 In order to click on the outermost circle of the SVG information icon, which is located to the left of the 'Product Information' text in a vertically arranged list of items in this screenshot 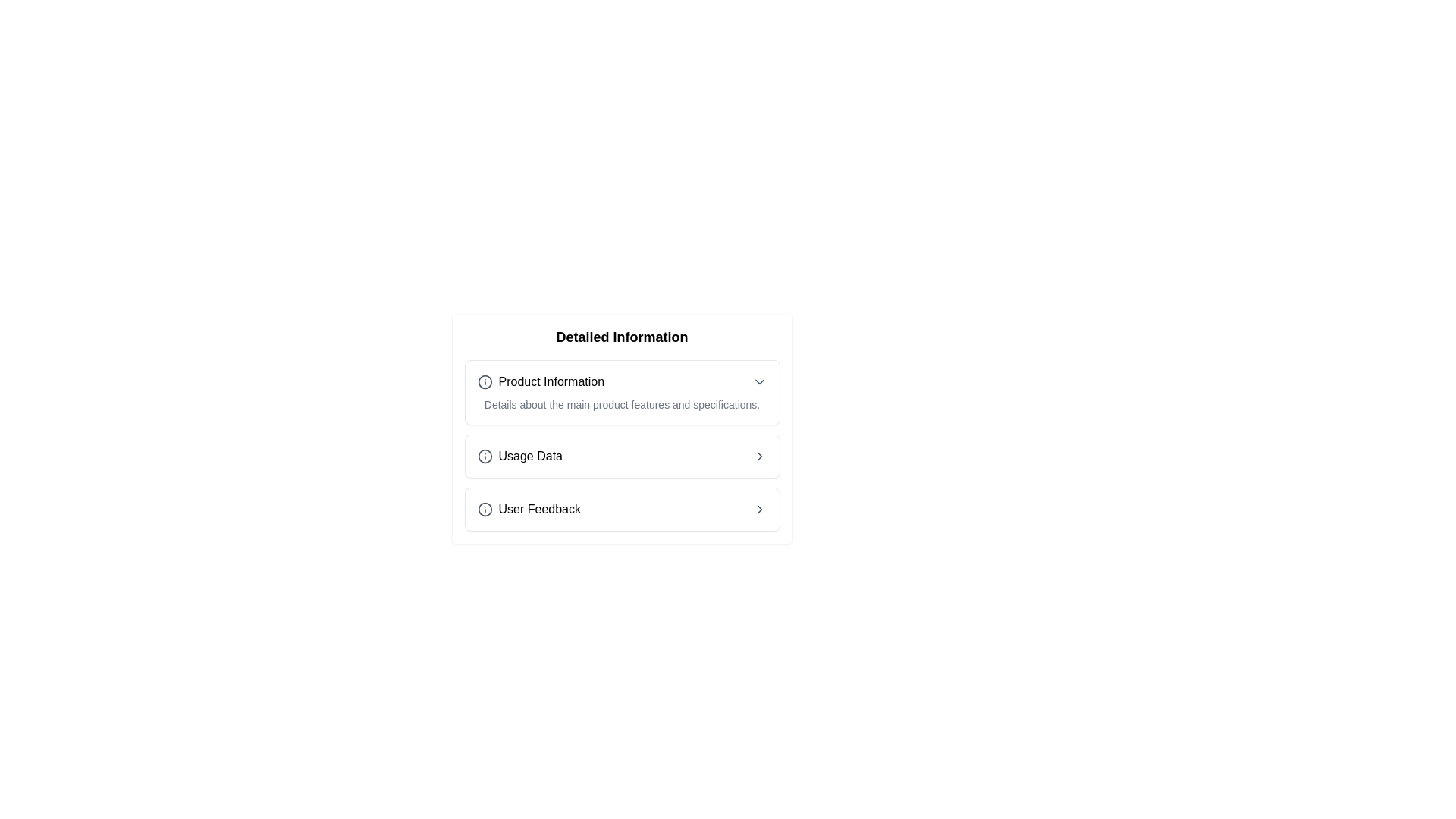, I will do `click(484, 509)`.